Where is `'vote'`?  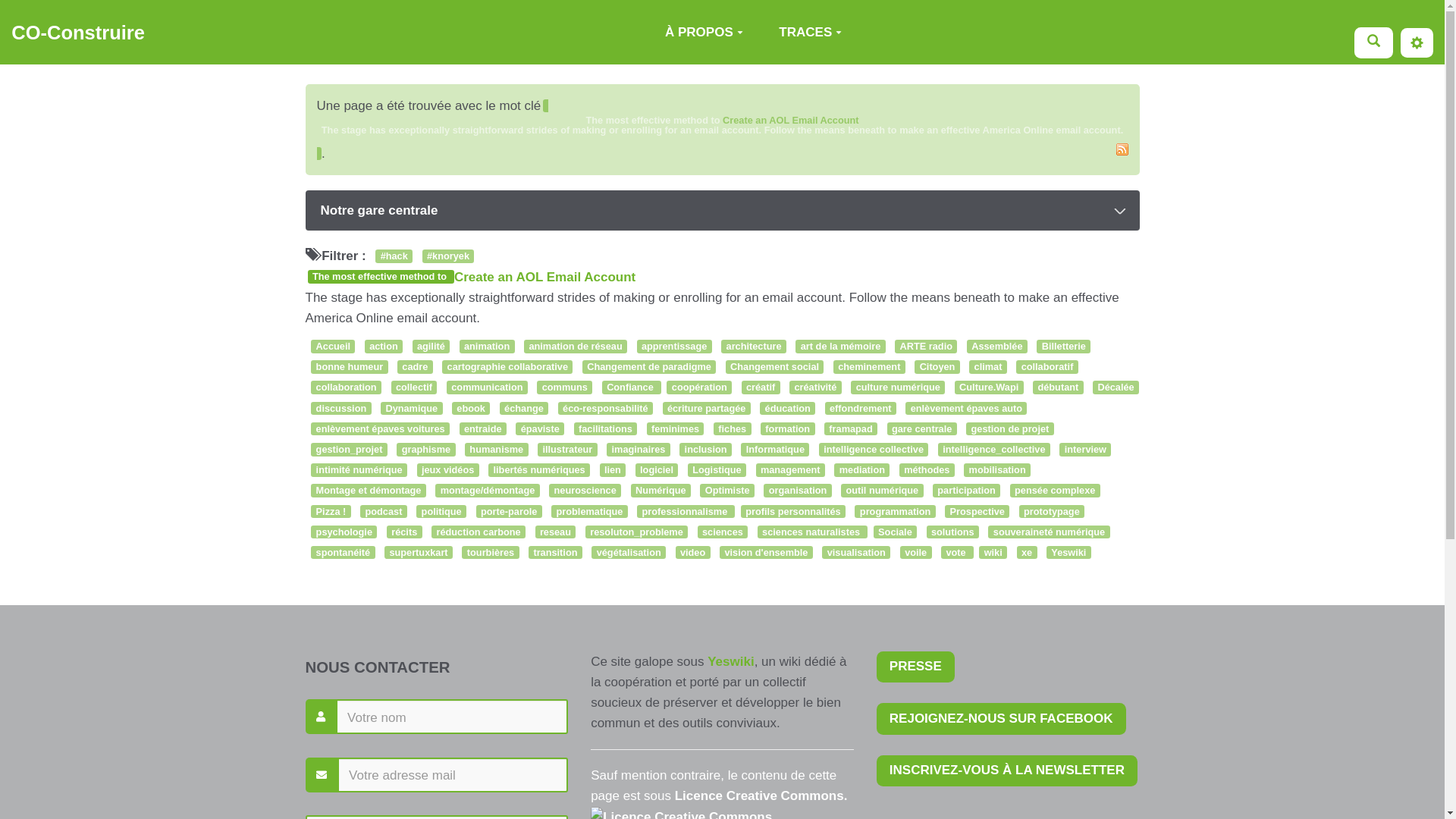 'vote' is located at coordinates (956, 553).